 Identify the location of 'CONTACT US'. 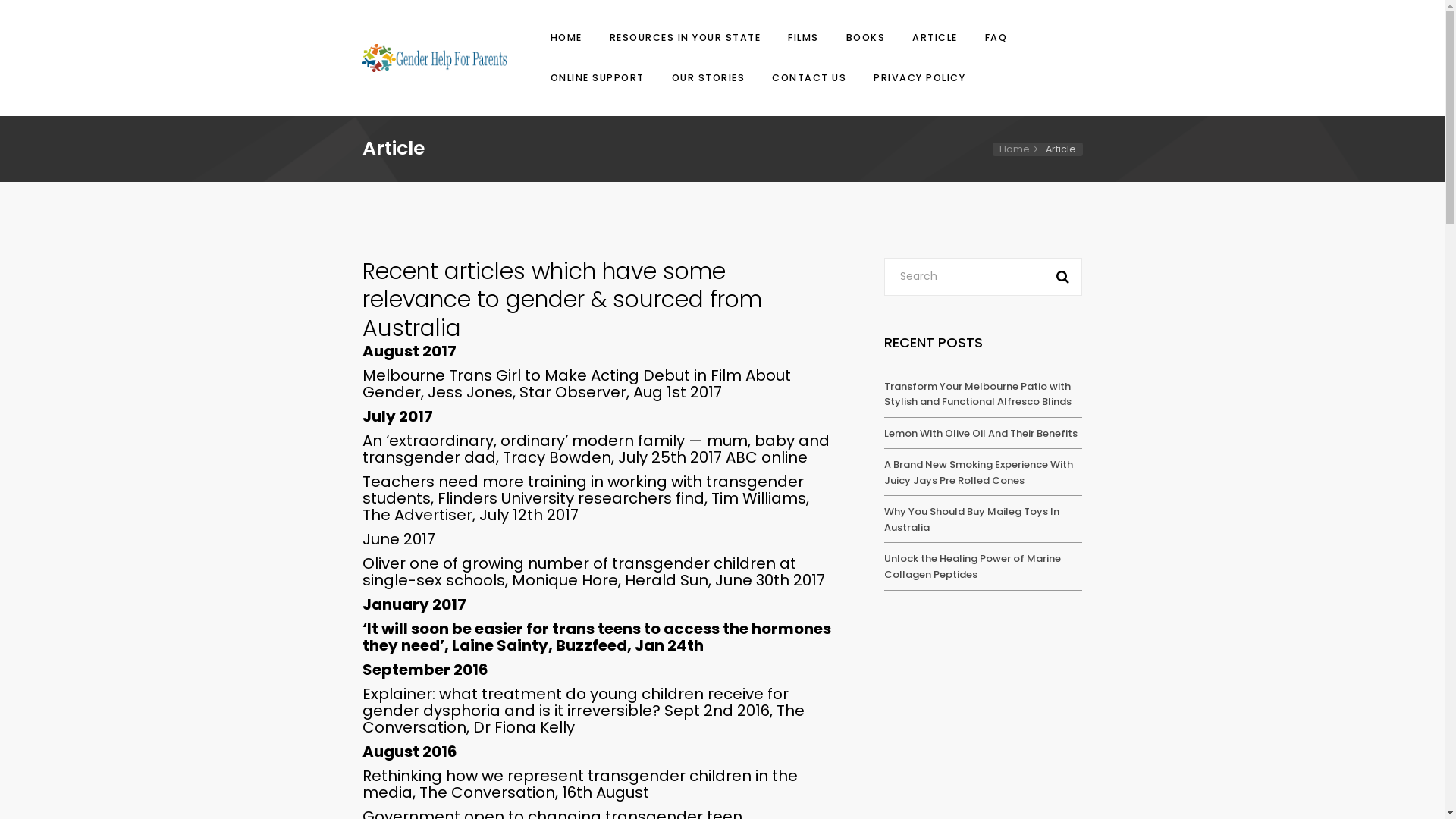
(808, 77).